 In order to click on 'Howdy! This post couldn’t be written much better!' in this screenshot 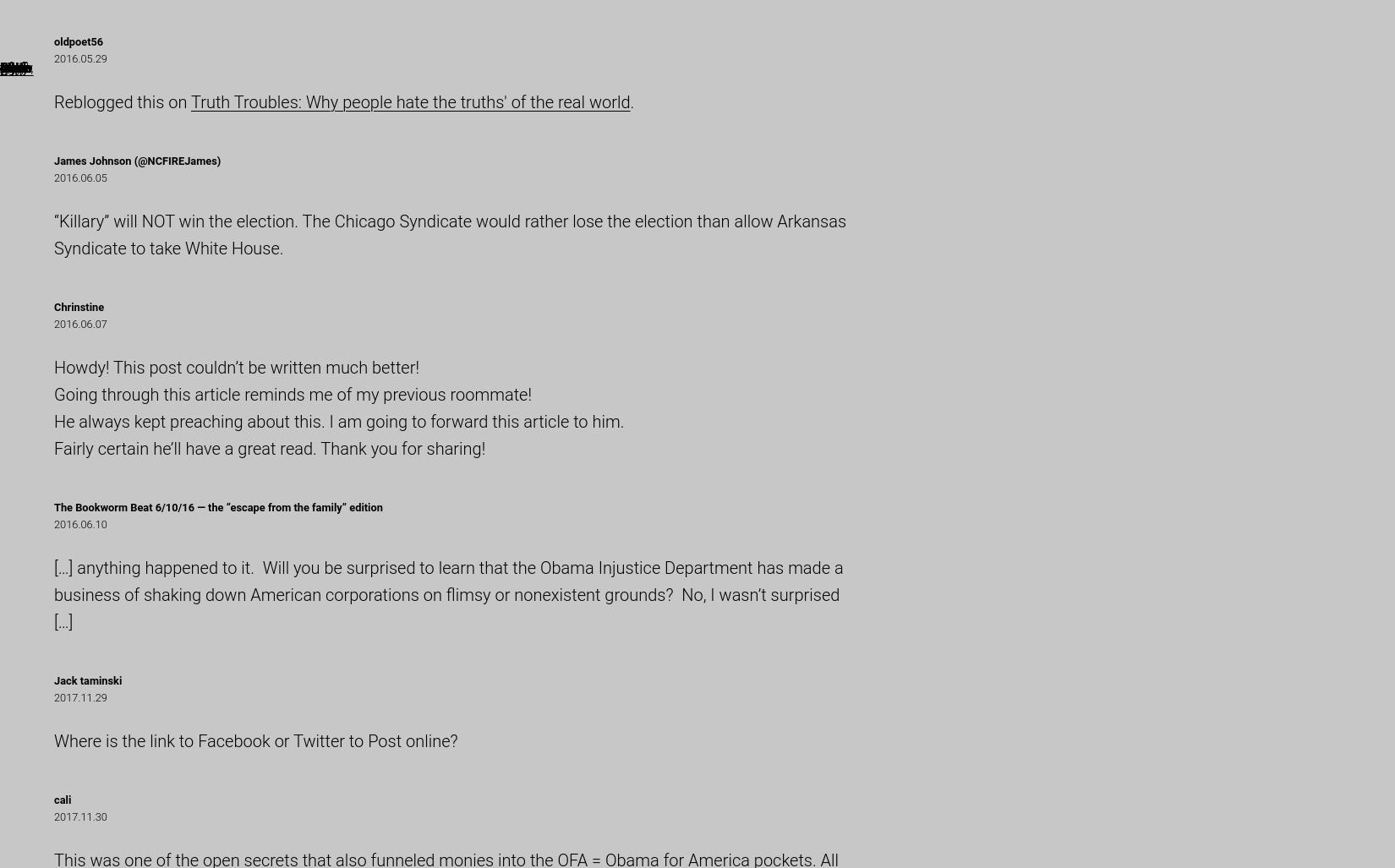, I will do `click(236, 366)`.